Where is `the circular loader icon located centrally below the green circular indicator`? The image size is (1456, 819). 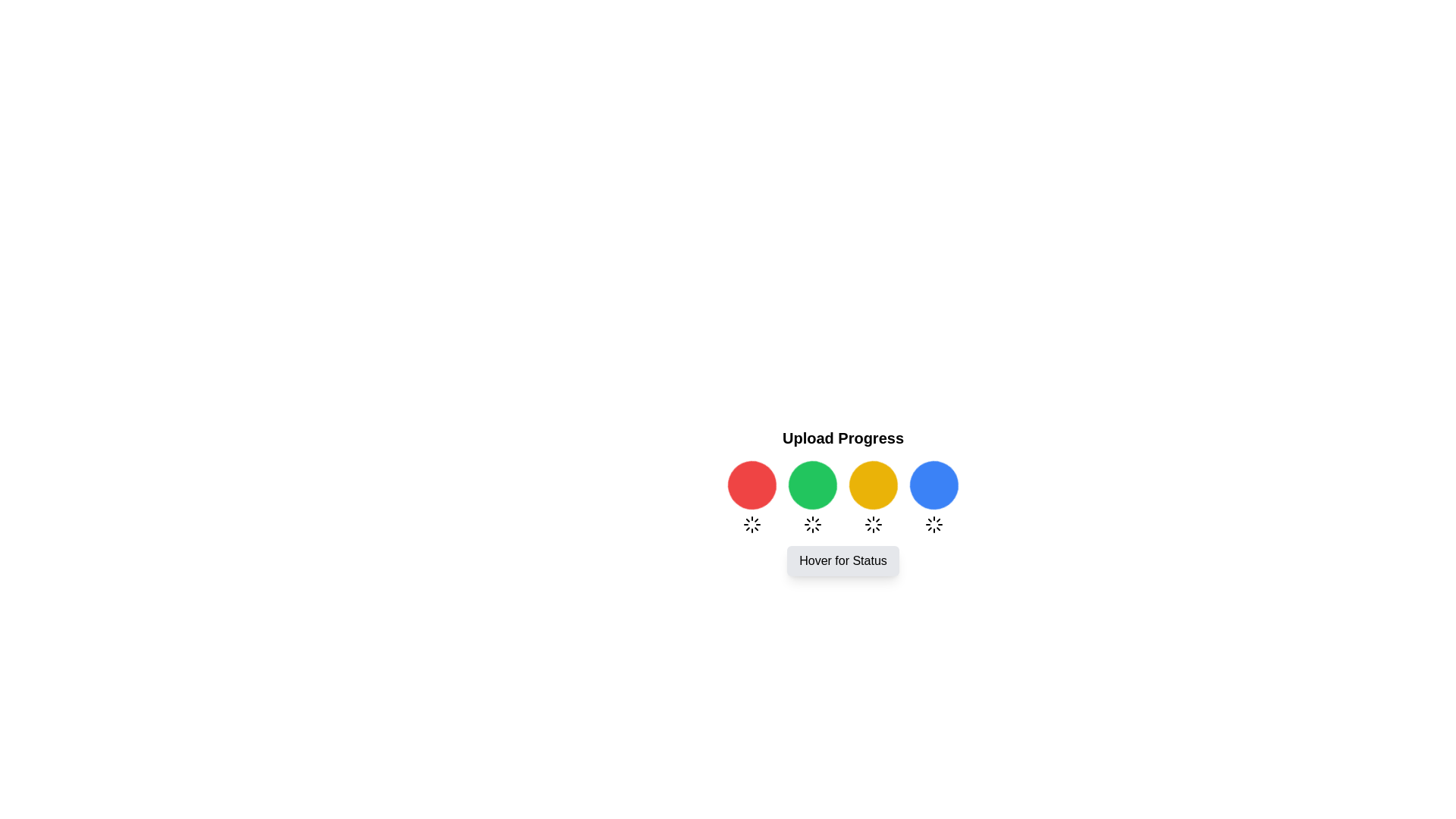 the circular loader icon located centrally below the green circular indicator is located at coordinates (811, 523).